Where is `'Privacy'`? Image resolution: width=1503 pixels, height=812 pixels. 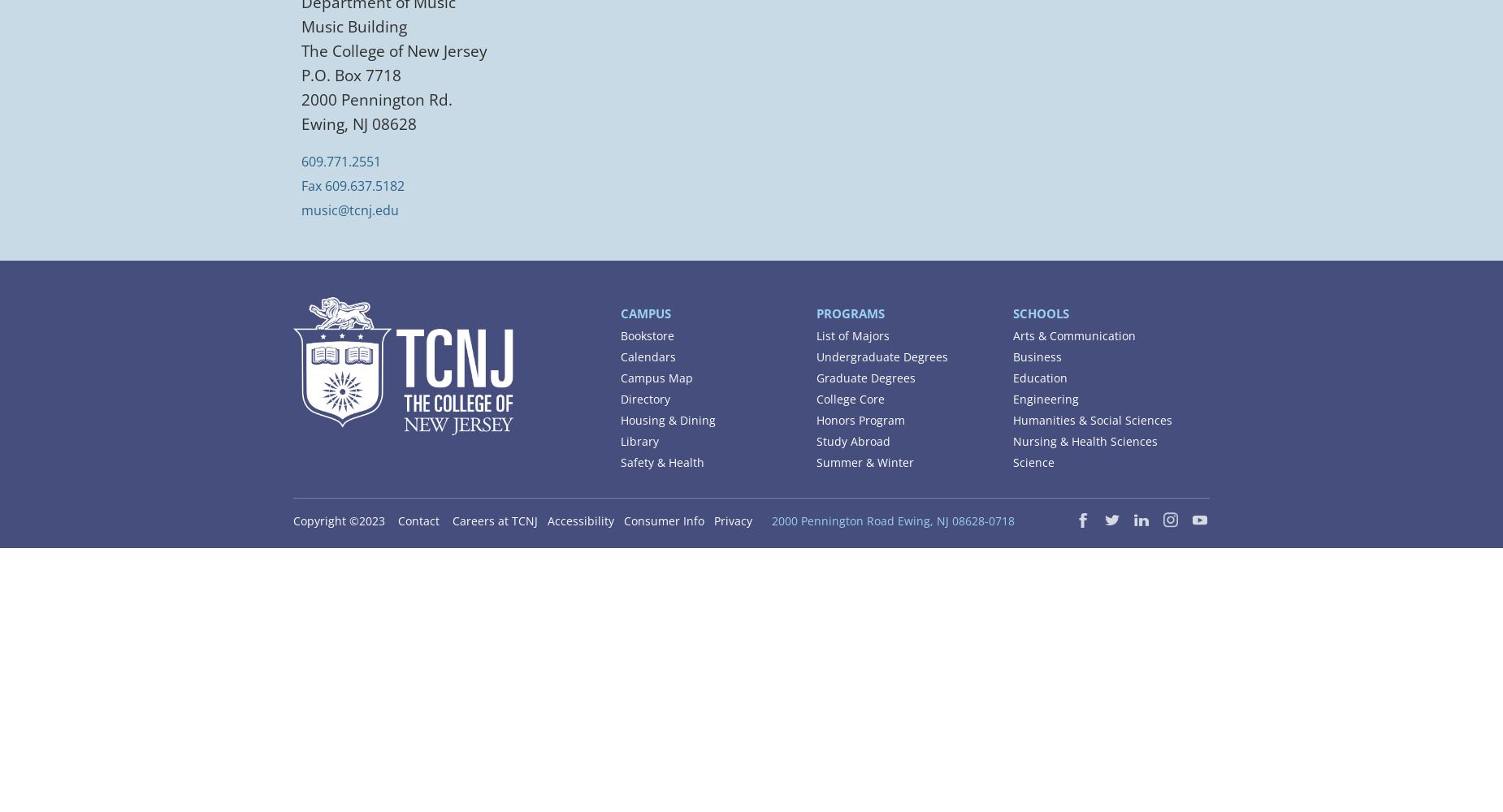
'Privacy' is located at coordinates (713, 520).